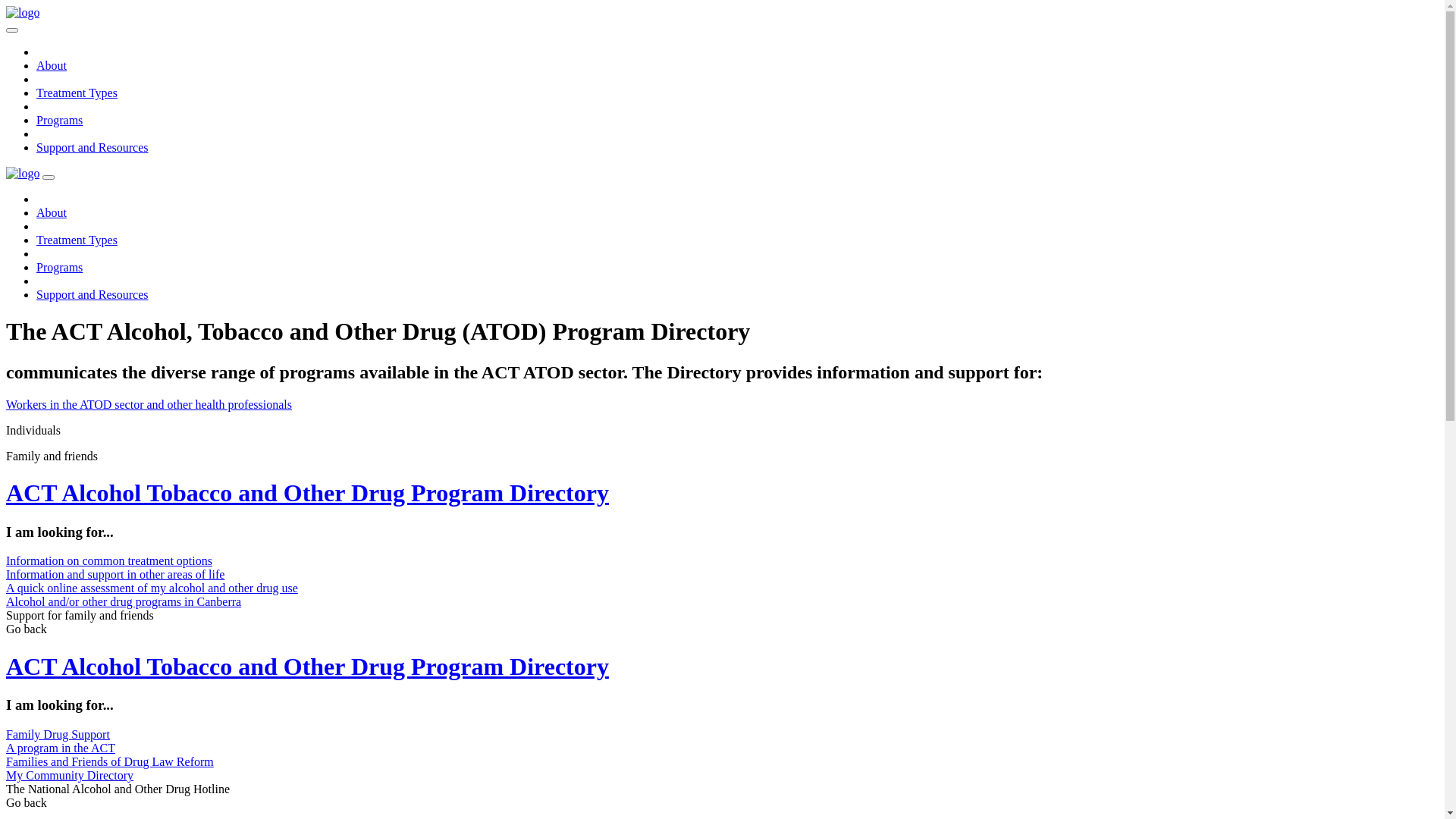 This screenshot has height=819, width=1456. What do you see at coordinates (115, 574) in the screenshot?
I see `'Information and support in other areas of life'` at bounding box center [115, 574].